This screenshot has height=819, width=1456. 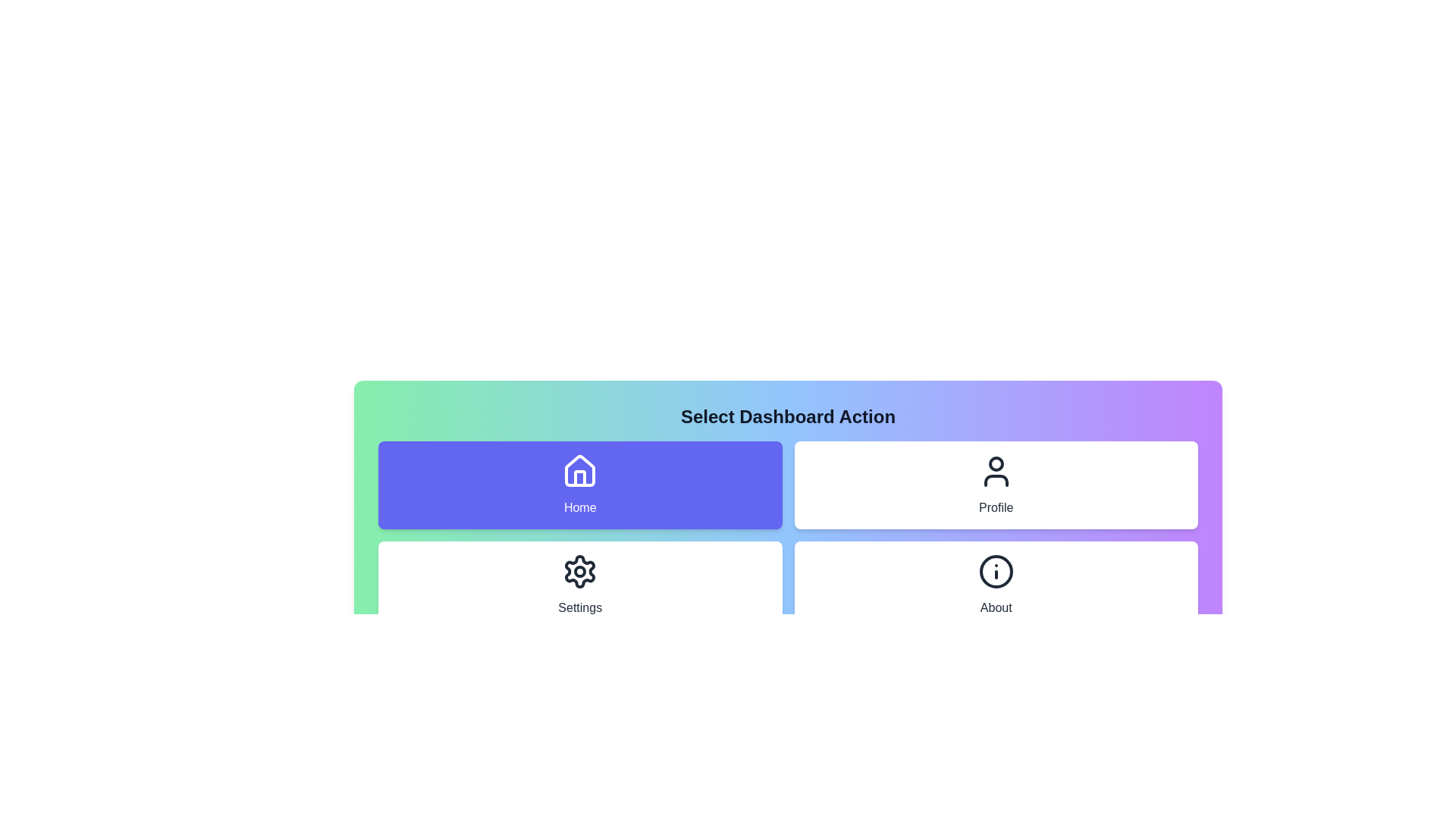 What do you see at coordinates (579, 584) in the screenshot?
I see `the Settings button to observe its visual effect` at bounding box center [579, 584].